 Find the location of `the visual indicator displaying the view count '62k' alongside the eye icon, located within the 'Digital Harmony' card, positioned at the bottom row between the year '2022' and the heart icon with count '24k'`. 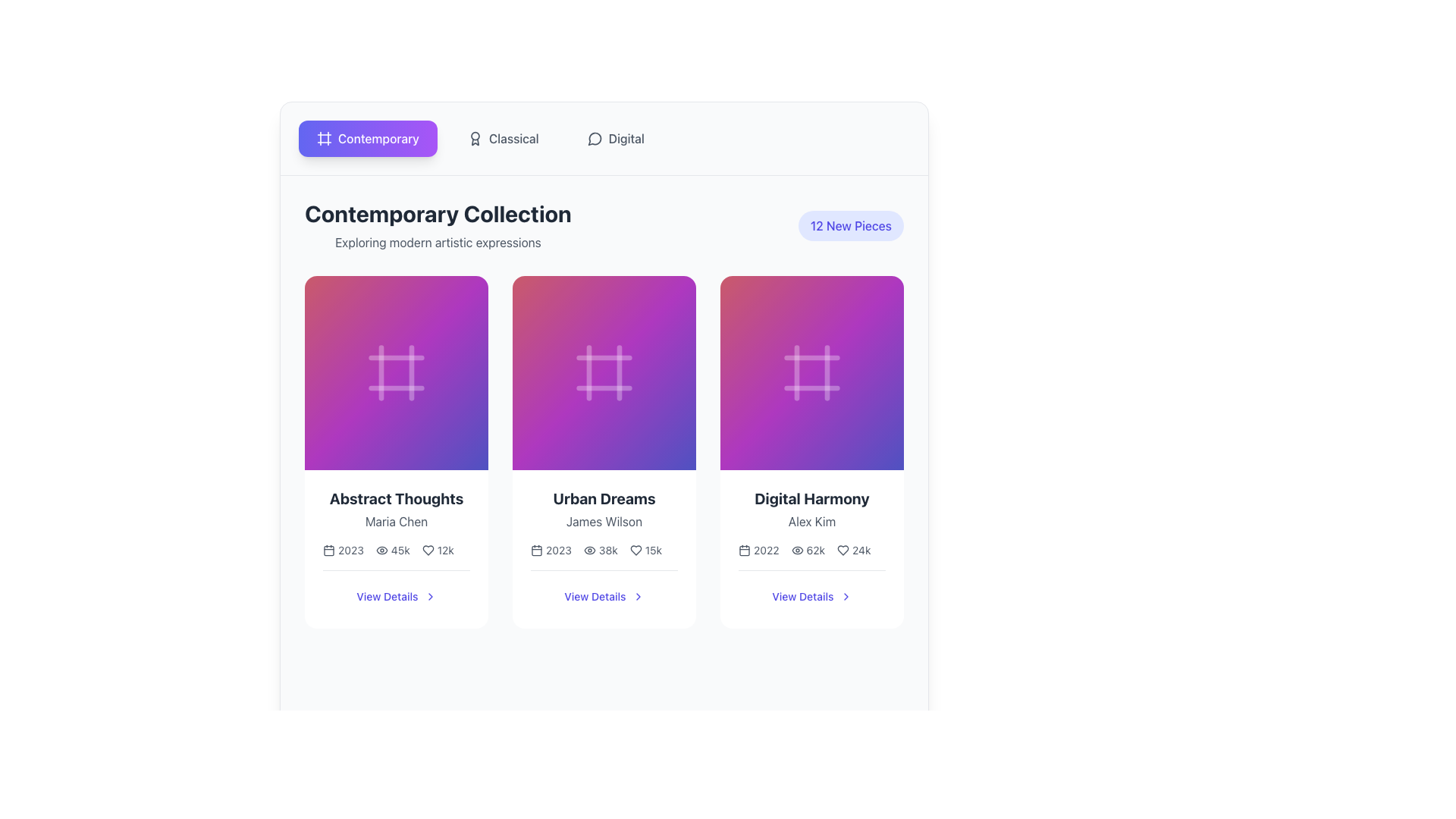

the visual indicator displaying the view count '62k' alongside the eye icon, located within the 'Digital Harmony' card, positioned at the bottom row between the year '2022' and the heart icon with count '24k' is located at coordinates (807, 550).